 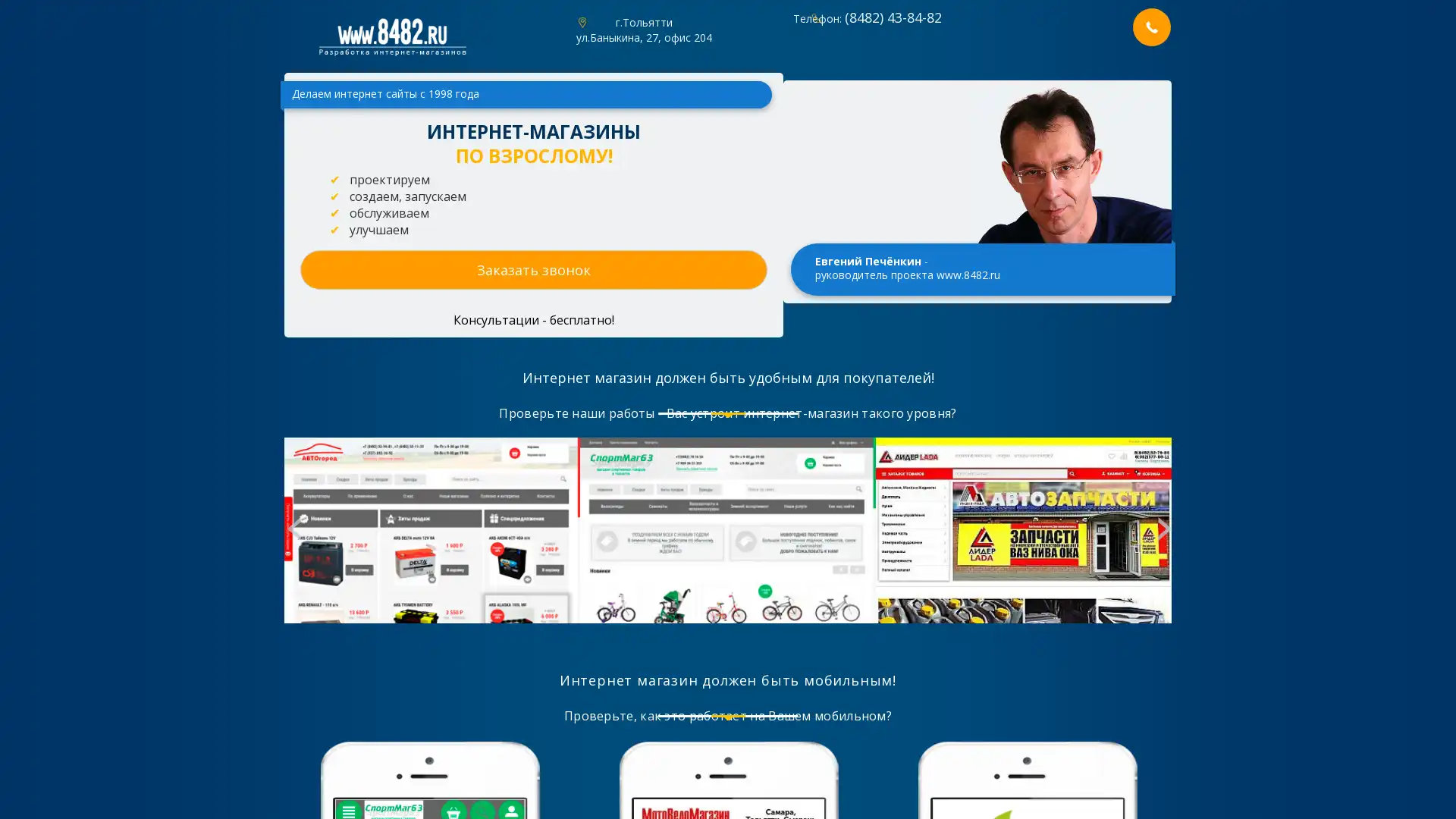 I want to click on Previous, so click(x=293, y=531).